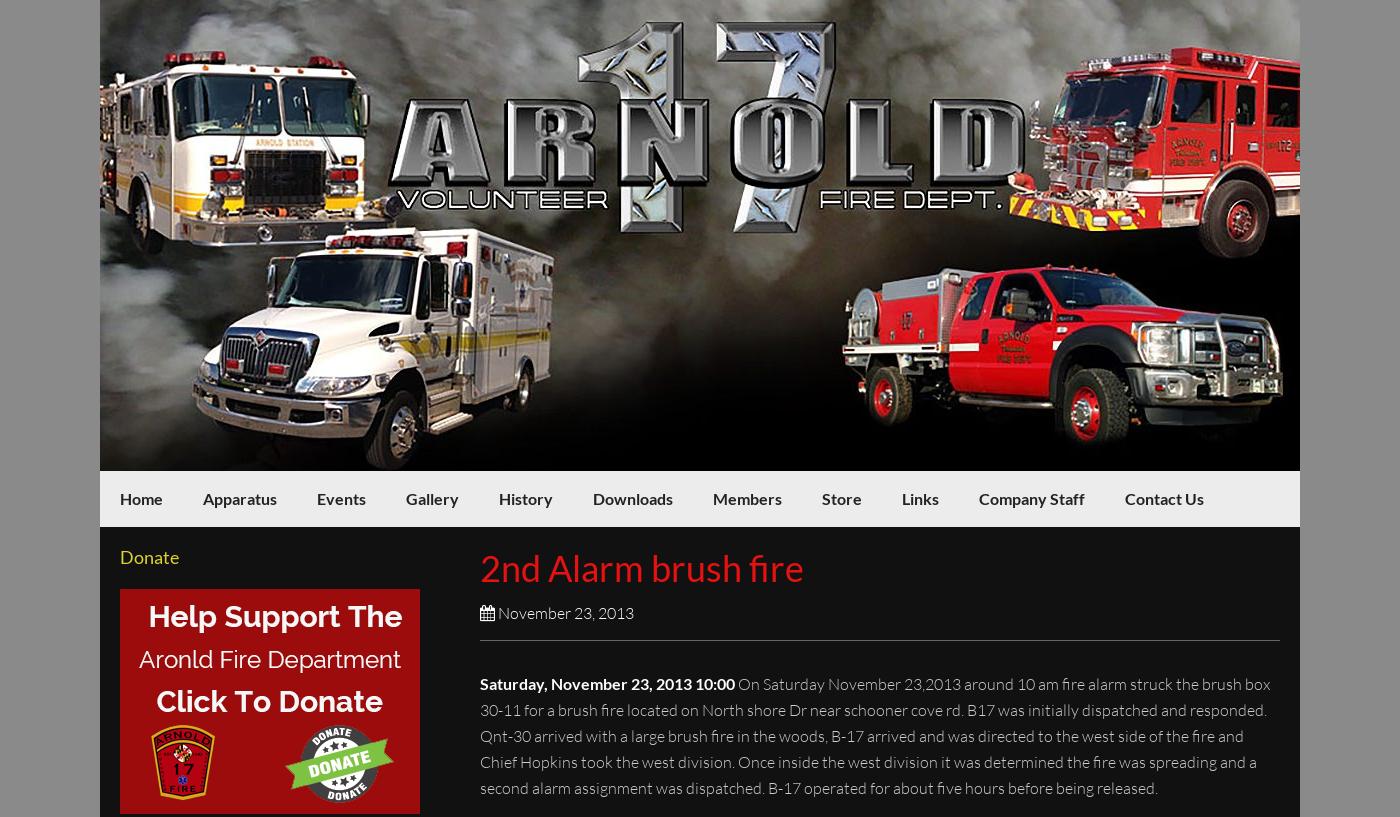 The image size is (1400, 817). I want to click on 'Downloads', so click(632, 497).